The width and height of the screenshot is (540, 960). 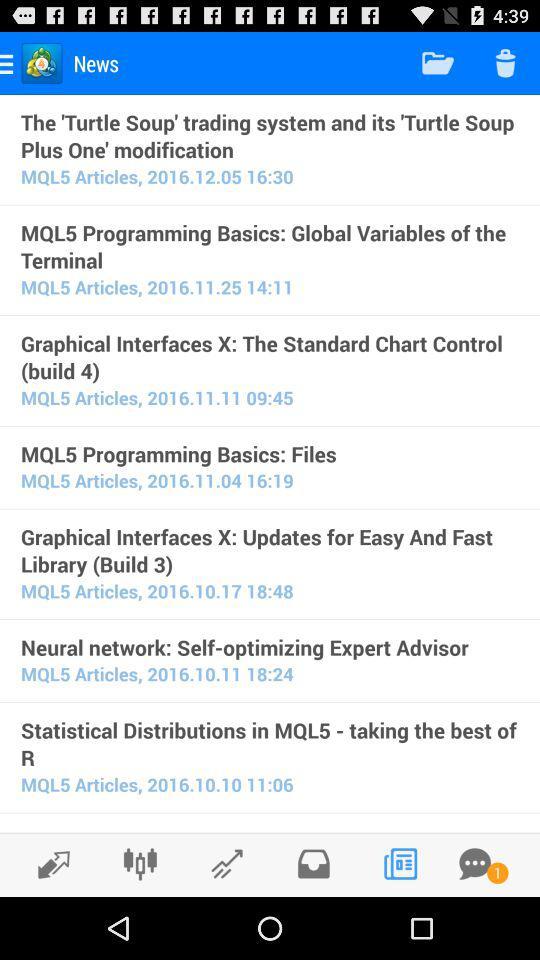 I want to click on comprehensive analysis, so click(x=139, y=863).